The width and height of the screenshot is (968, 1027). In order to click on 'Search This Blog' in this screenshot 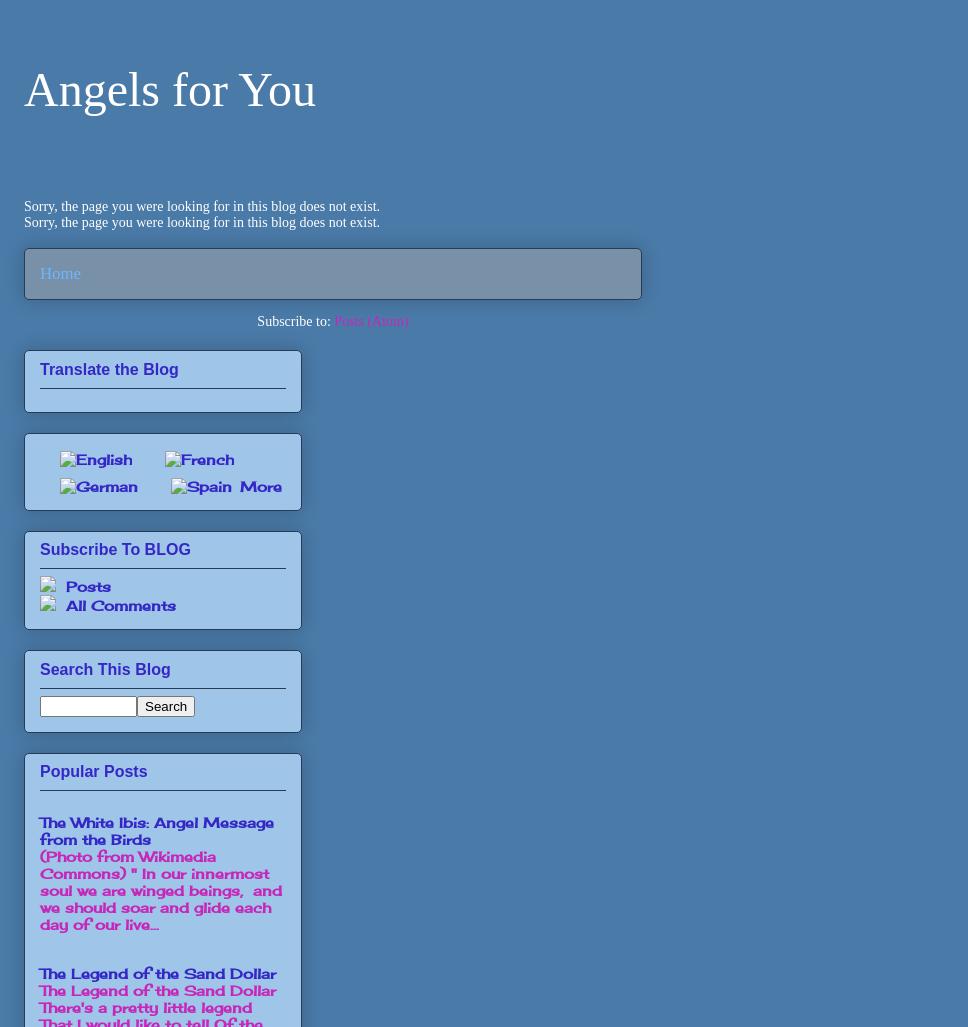, I will do `click(105, 667)`.